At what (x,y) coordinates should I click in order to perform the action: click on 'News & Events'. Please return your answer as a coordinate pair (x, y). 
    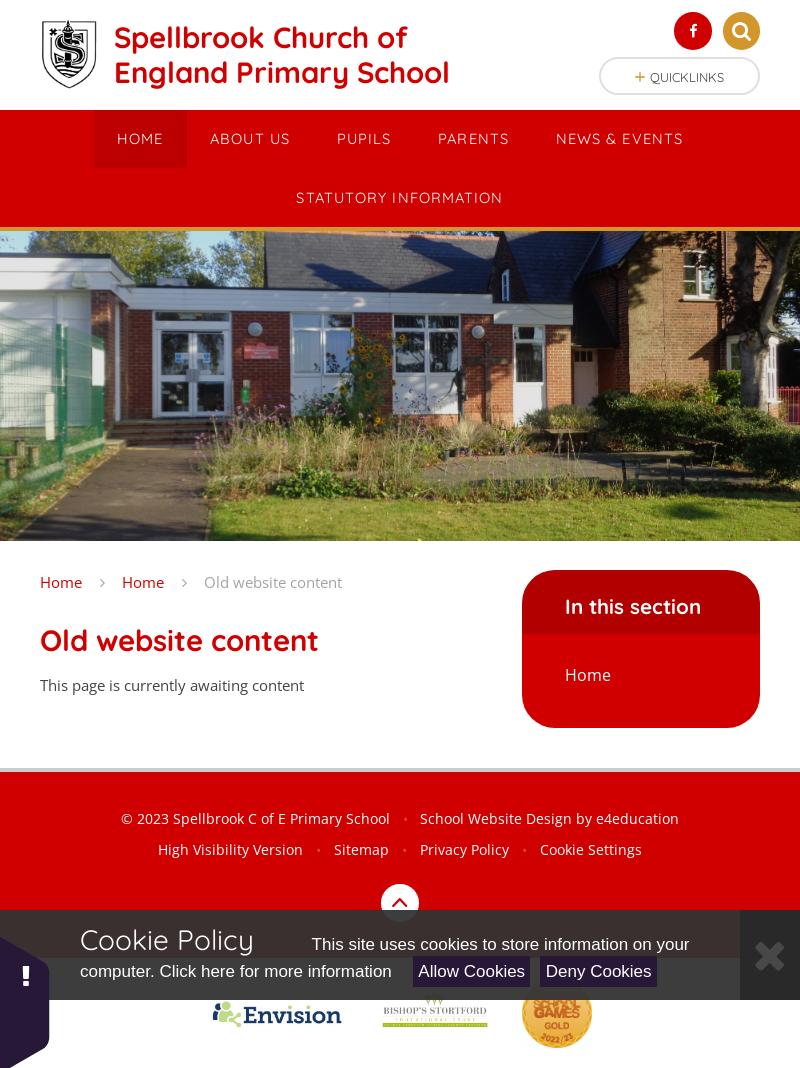
    Looking at the image, I should click on (618, 138).